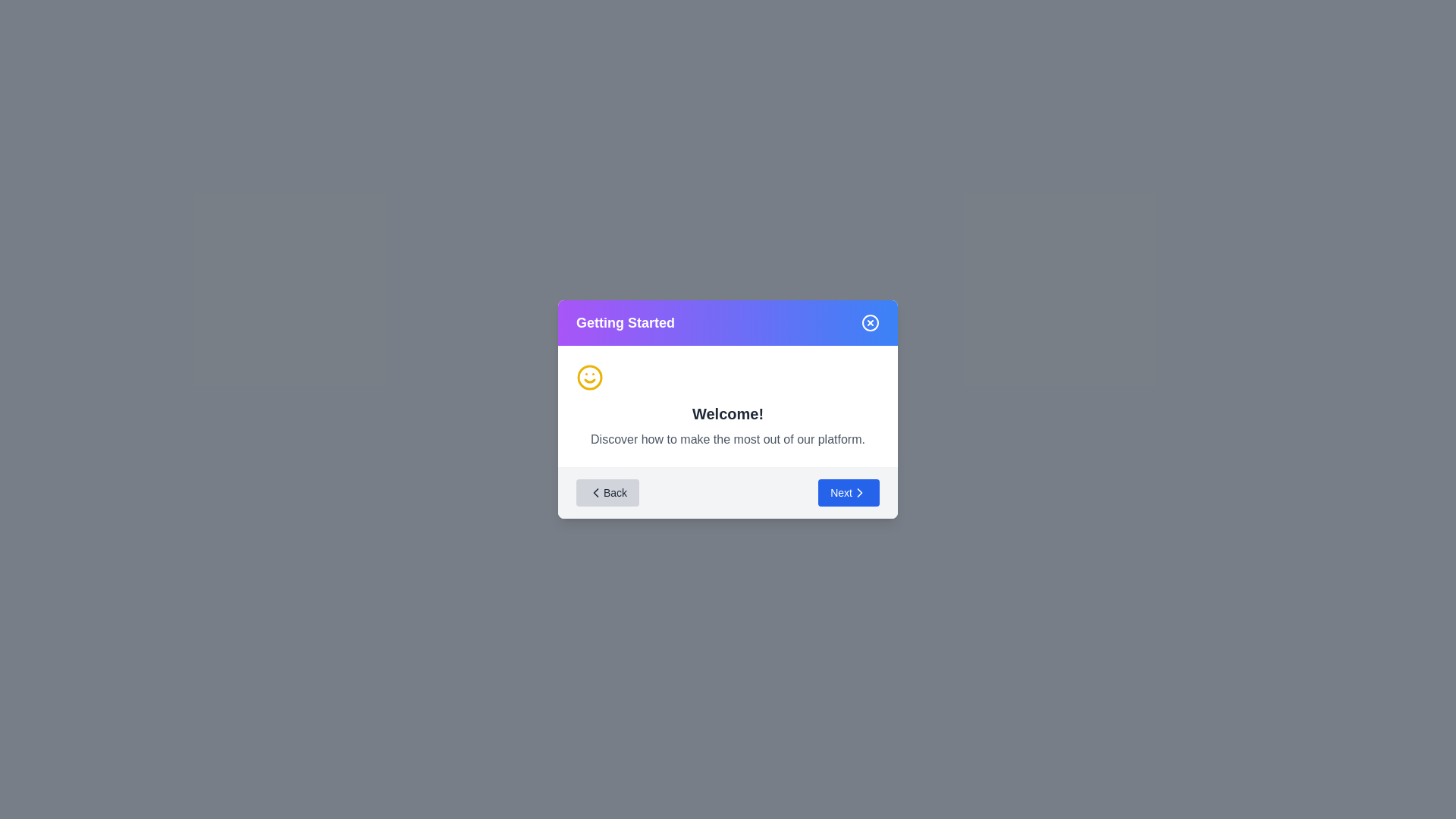  Describe the element at coordinates (595, 493) in the screenshot. I see `the left-facing chevron arrow icon within the 'Back' button located at the bottom-left part of the dialog box` at that location.